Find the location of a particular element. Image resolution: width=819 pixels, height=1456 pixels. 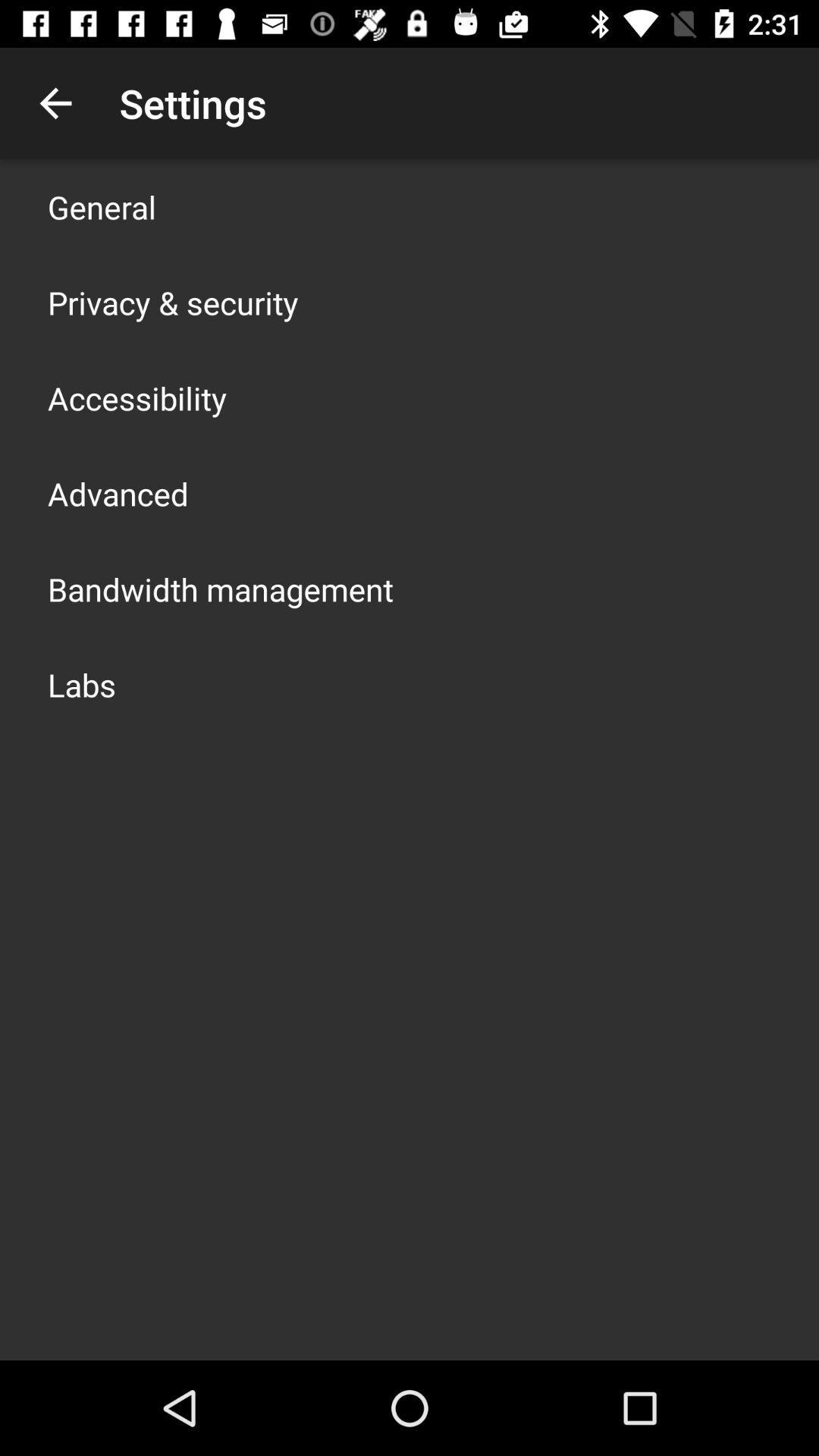

icon above labs is located at coordinates (220, 588).